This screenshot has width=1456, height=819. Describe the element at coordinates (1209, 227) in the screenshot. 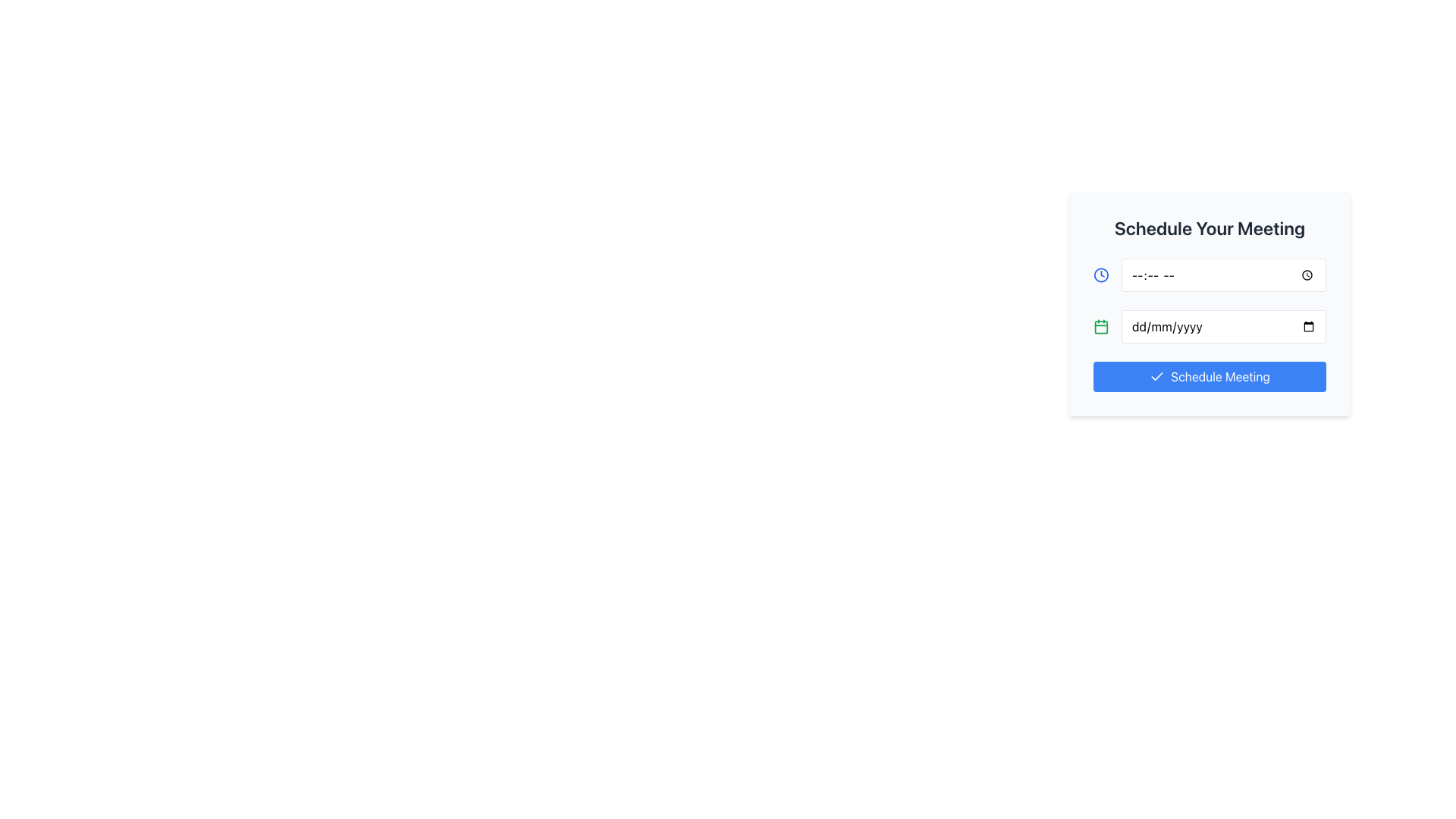

I see `the static text element that displays 'Schedule Your Meeting', prominently styled in a large, bold sans-serif font, located at the top of a card layout` at that location.